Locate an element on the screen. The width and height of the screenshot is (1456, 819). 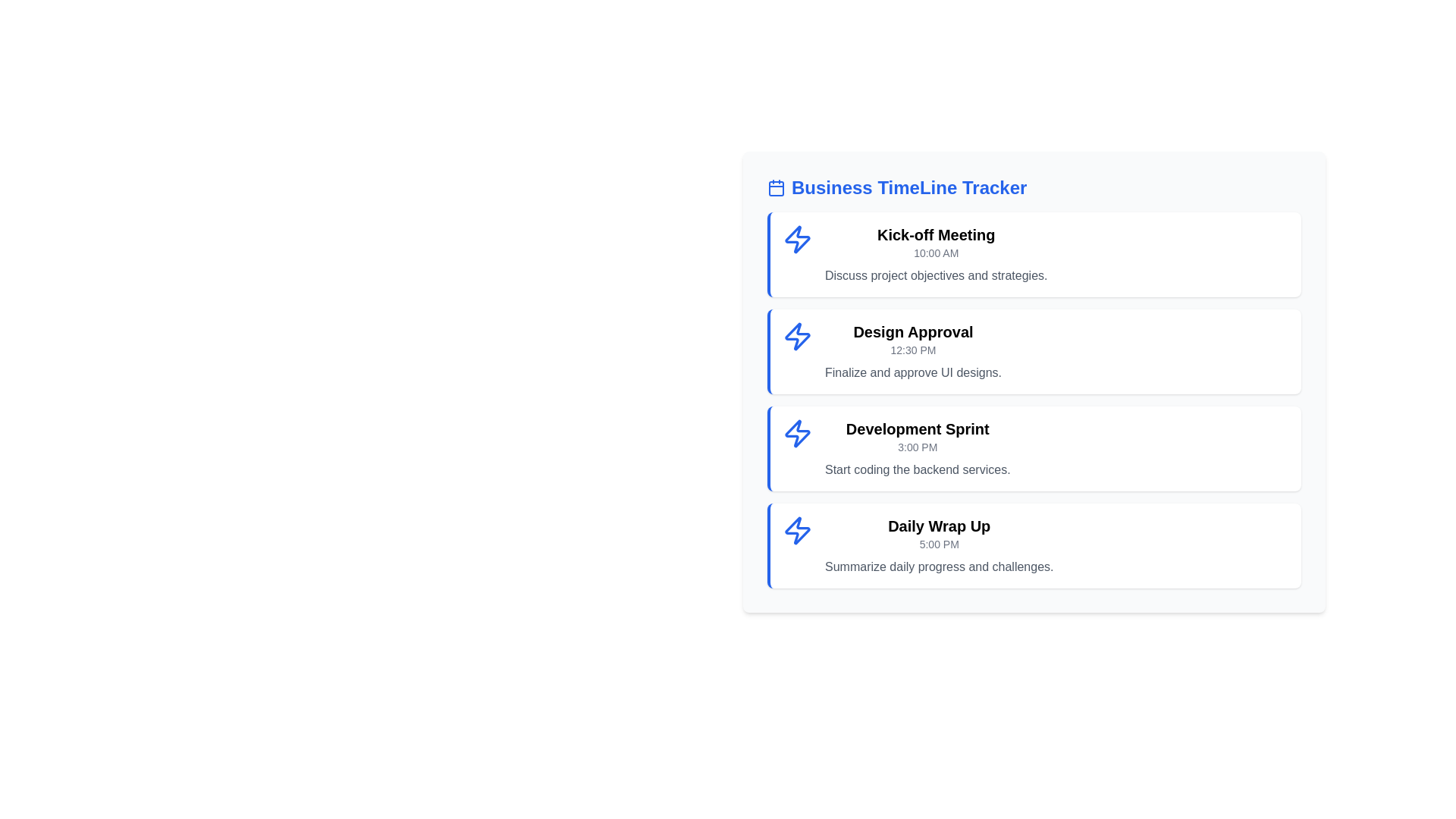
the blue lightning bolt icon located at the top-left area of the 'Development Sprint' card, which is the third card in a vertical list of four cards is located at coordinates (796, 433).